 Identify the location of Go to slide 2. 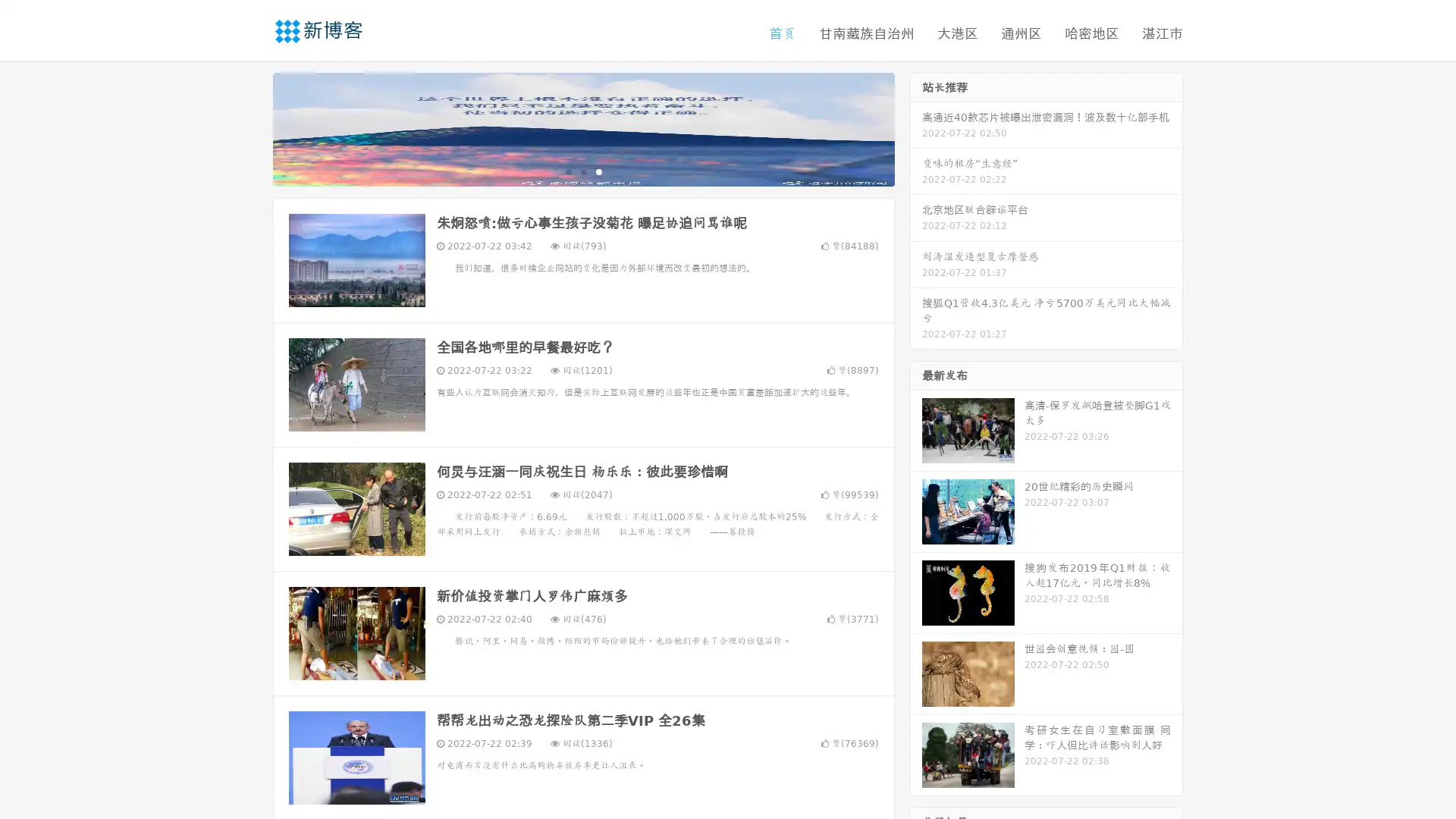
(582, 171).